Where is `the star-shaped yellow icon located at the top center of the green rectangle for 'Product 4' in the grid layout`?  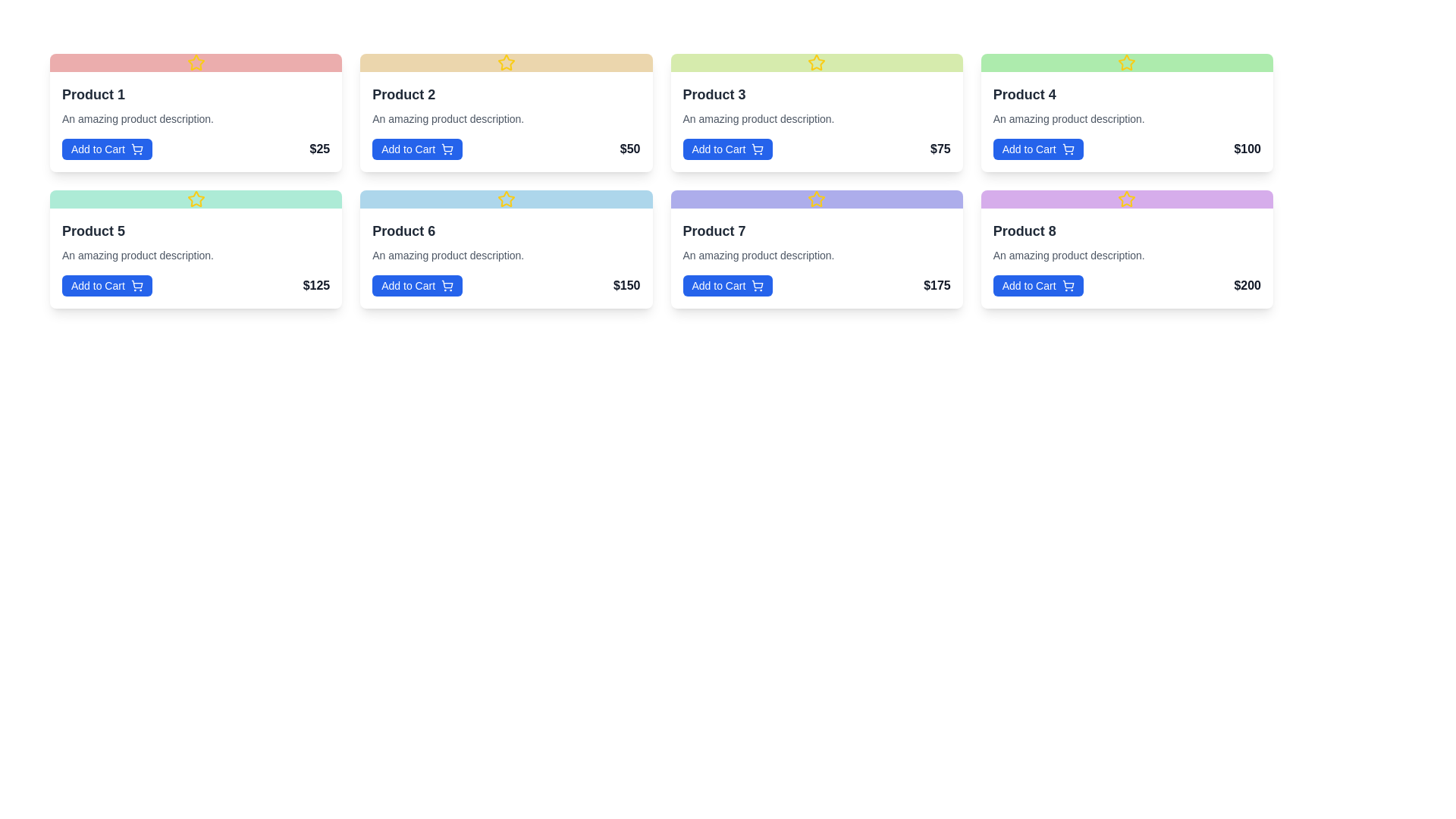
the star-shaped yellow icon located at the top center of the green rectangle for 'Product 4' in the grid layout is located at coordinates (1127, 61).